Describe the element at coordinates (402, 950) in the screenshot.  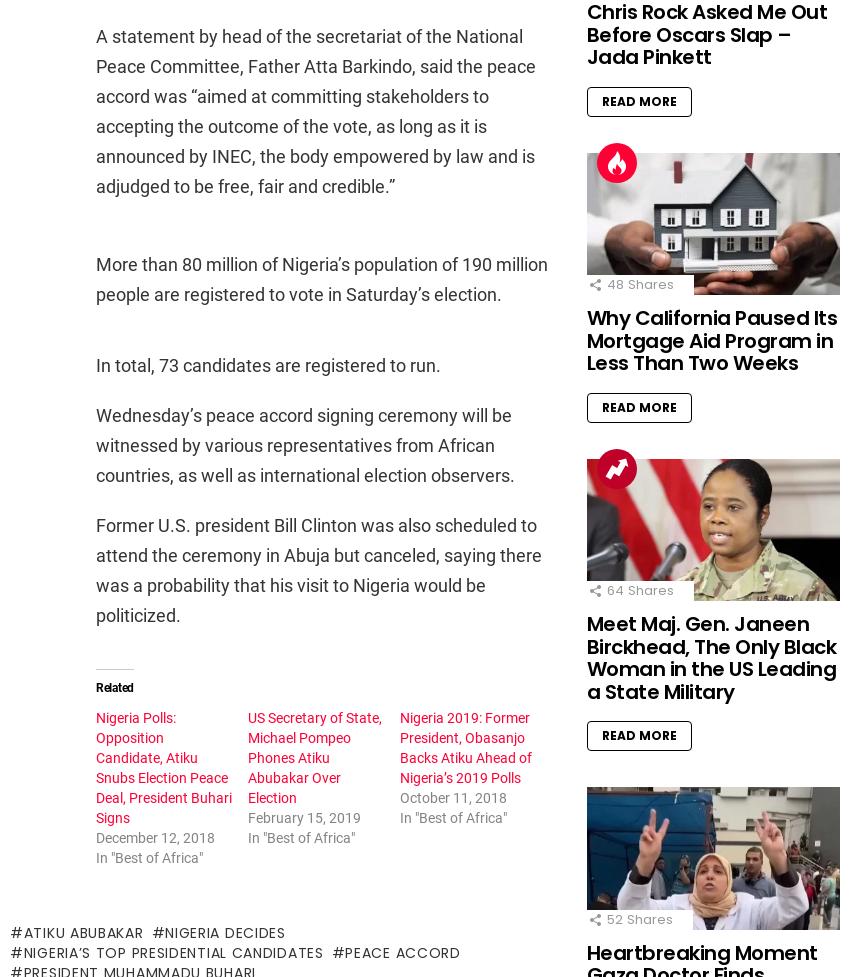
I see `'Peace Accord'` at that location.